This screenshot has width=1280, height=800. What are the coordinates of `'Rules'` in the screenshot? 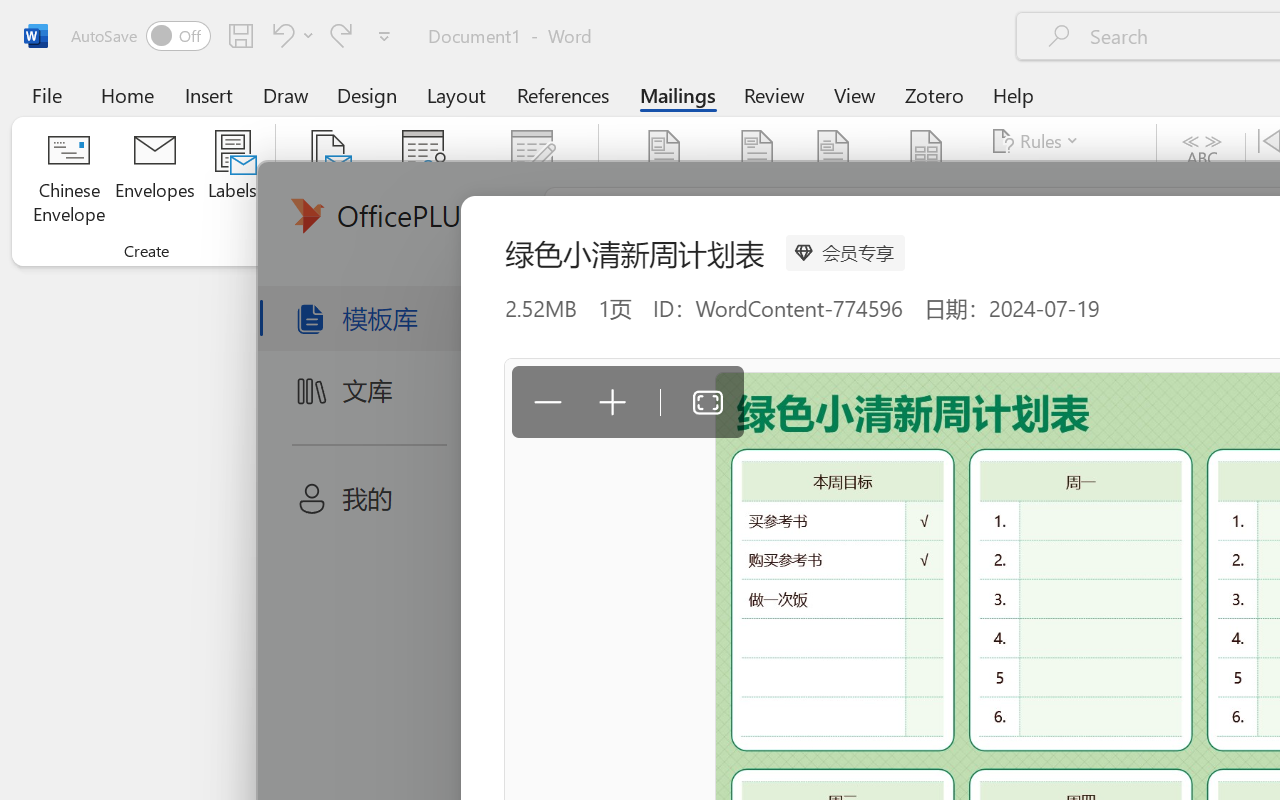 It's located at (1038, 141).